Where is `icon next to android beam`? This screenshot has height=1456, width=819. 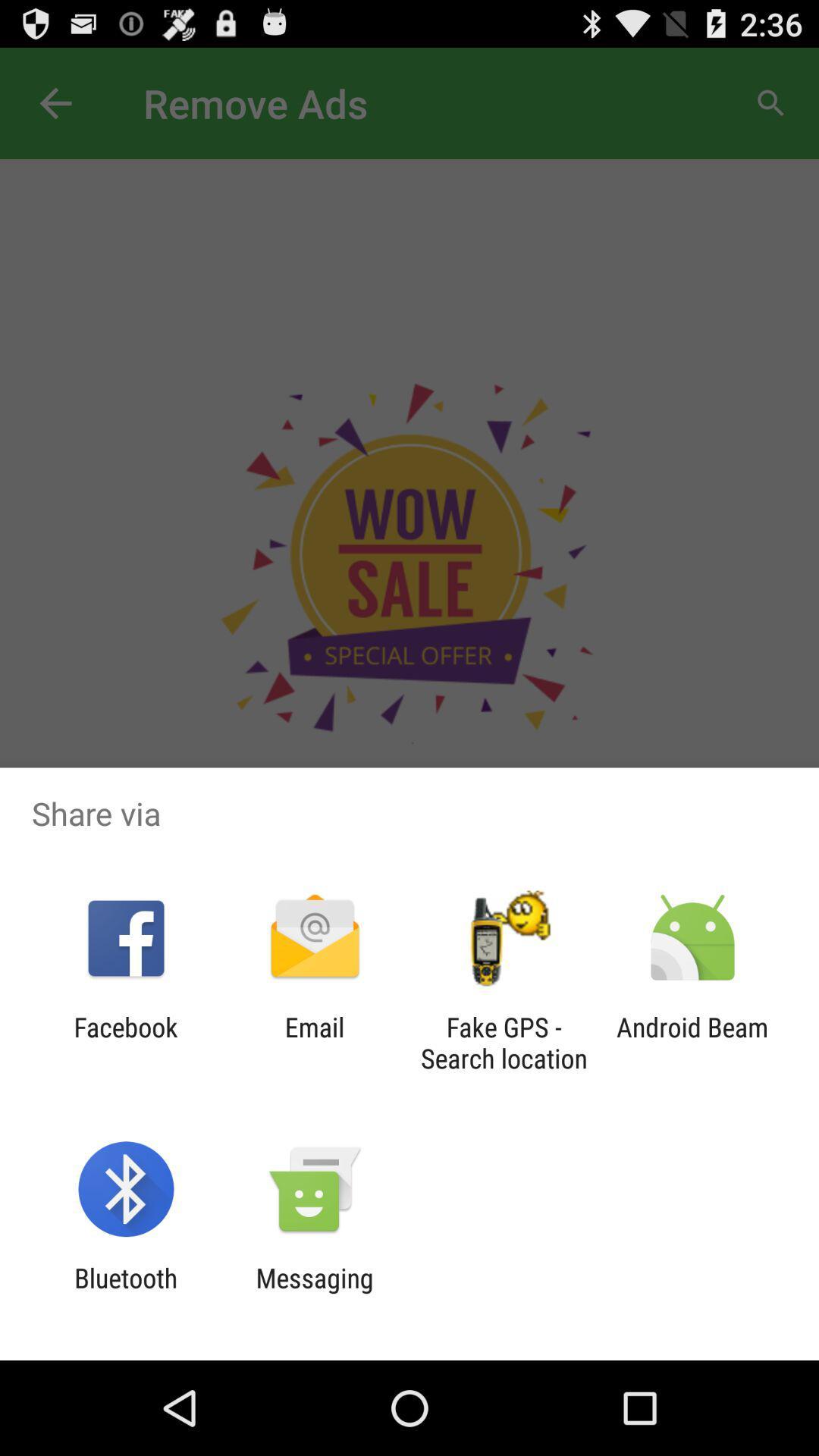 icon next to android beam is located at coordinates (504, 1042).